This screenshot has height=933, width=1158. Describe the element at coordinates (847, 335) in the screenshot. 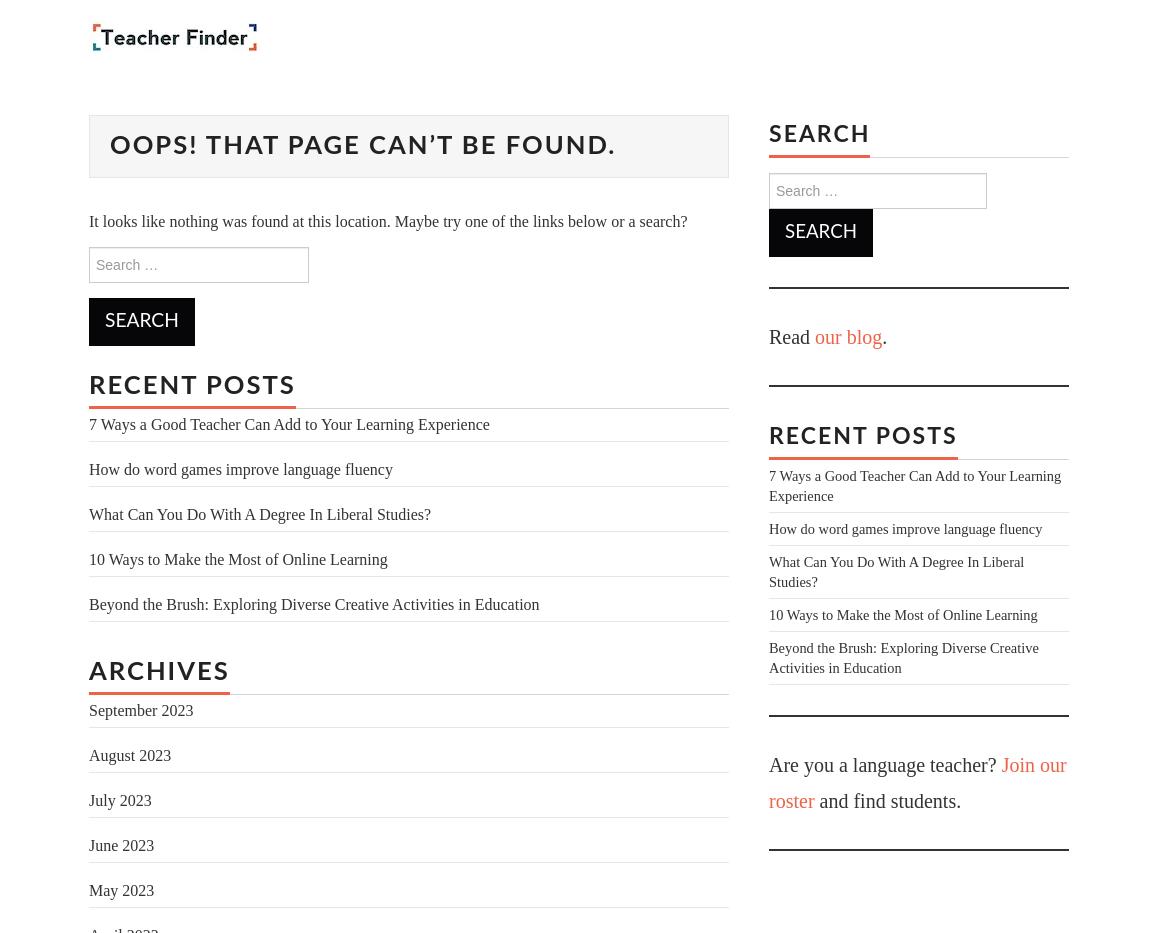

I see `'our blog'` at that location.